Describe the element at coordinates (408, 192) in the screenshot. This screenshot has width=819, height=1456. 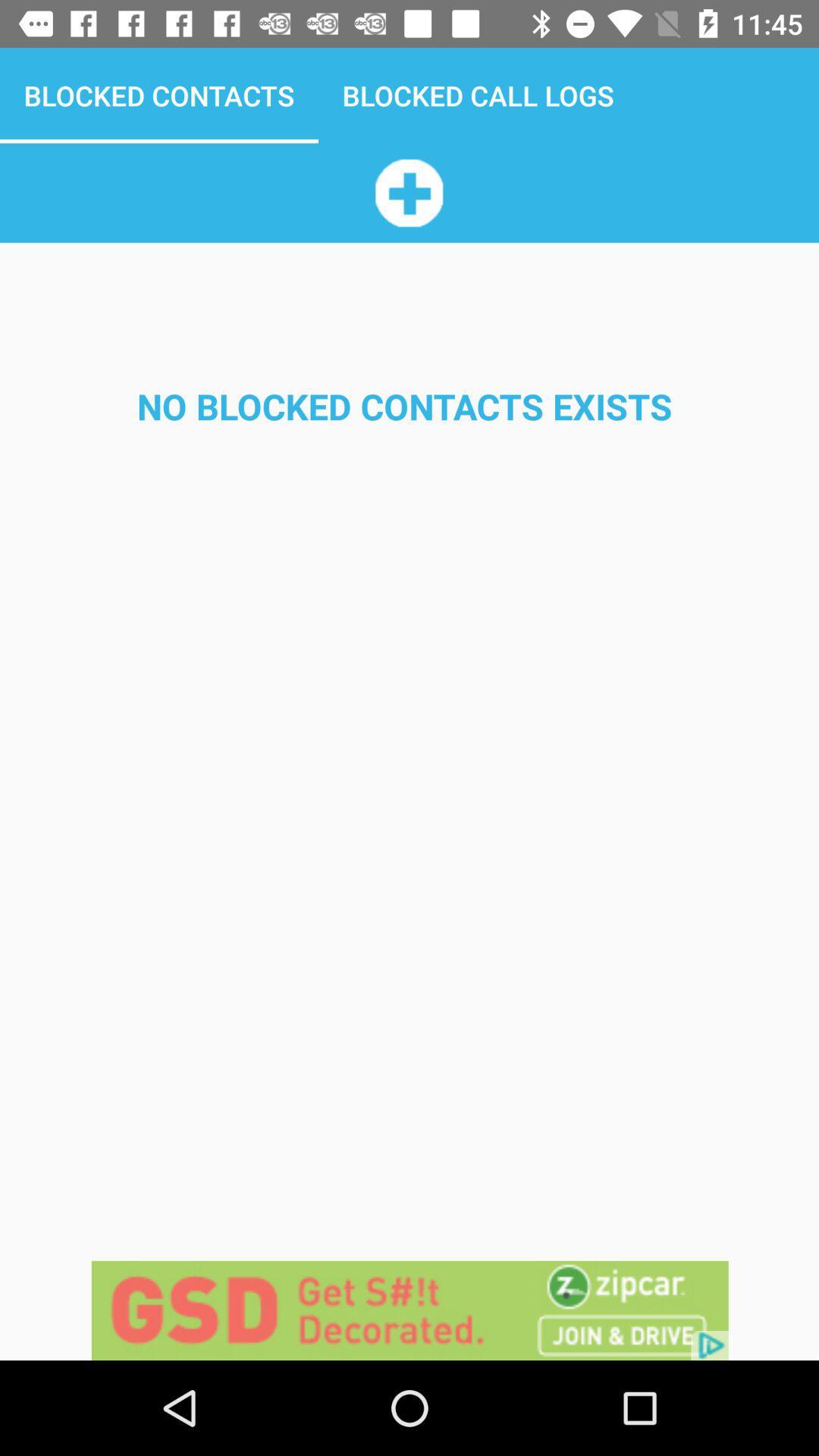
I see `a number` at that location.